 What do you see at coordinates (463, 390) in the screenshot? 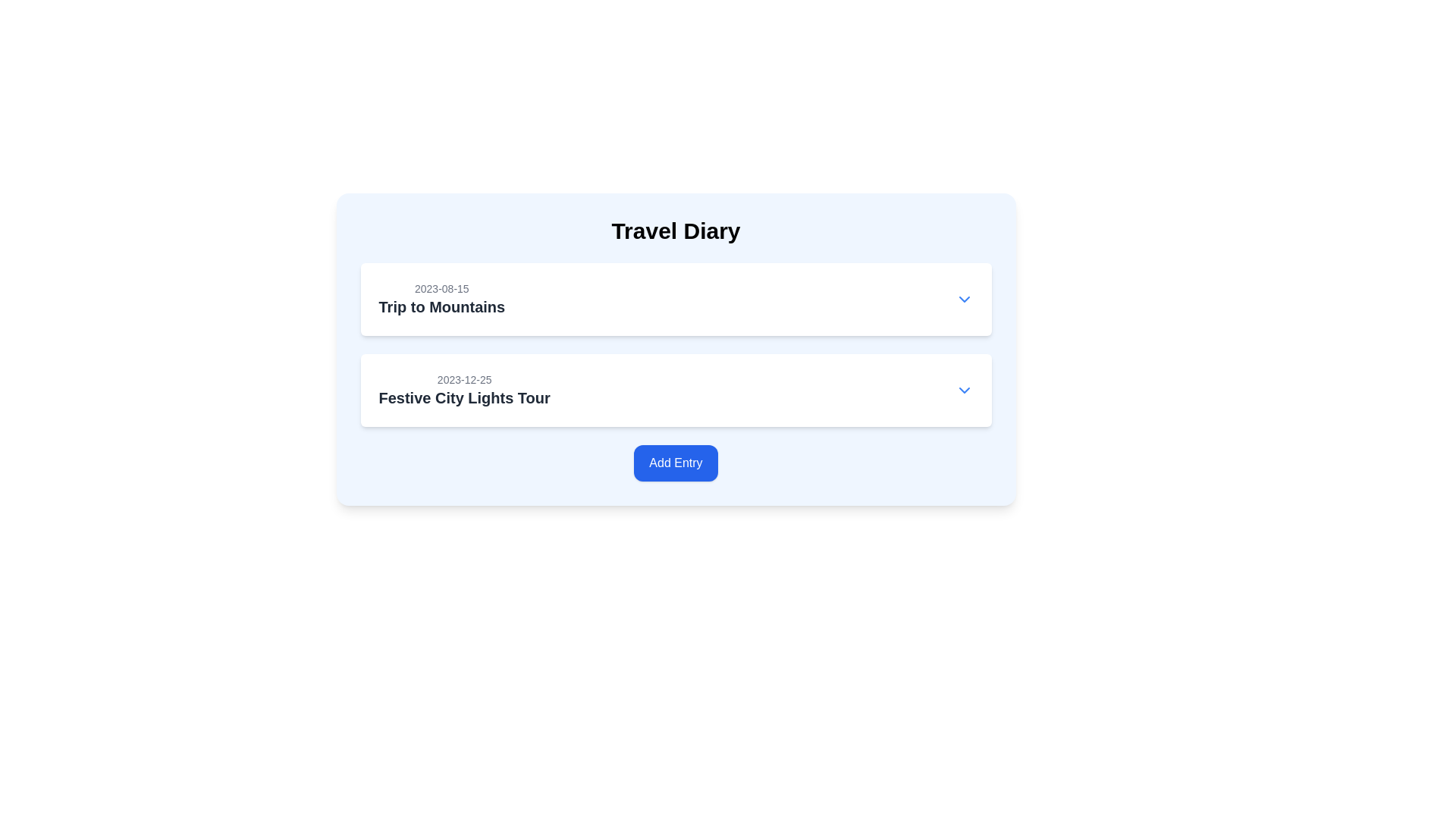
I see `the text label displaying '2023-12-25' and 'Festive City Lights Tour' in the Travel Diary section` at bounding box center [463, 390].